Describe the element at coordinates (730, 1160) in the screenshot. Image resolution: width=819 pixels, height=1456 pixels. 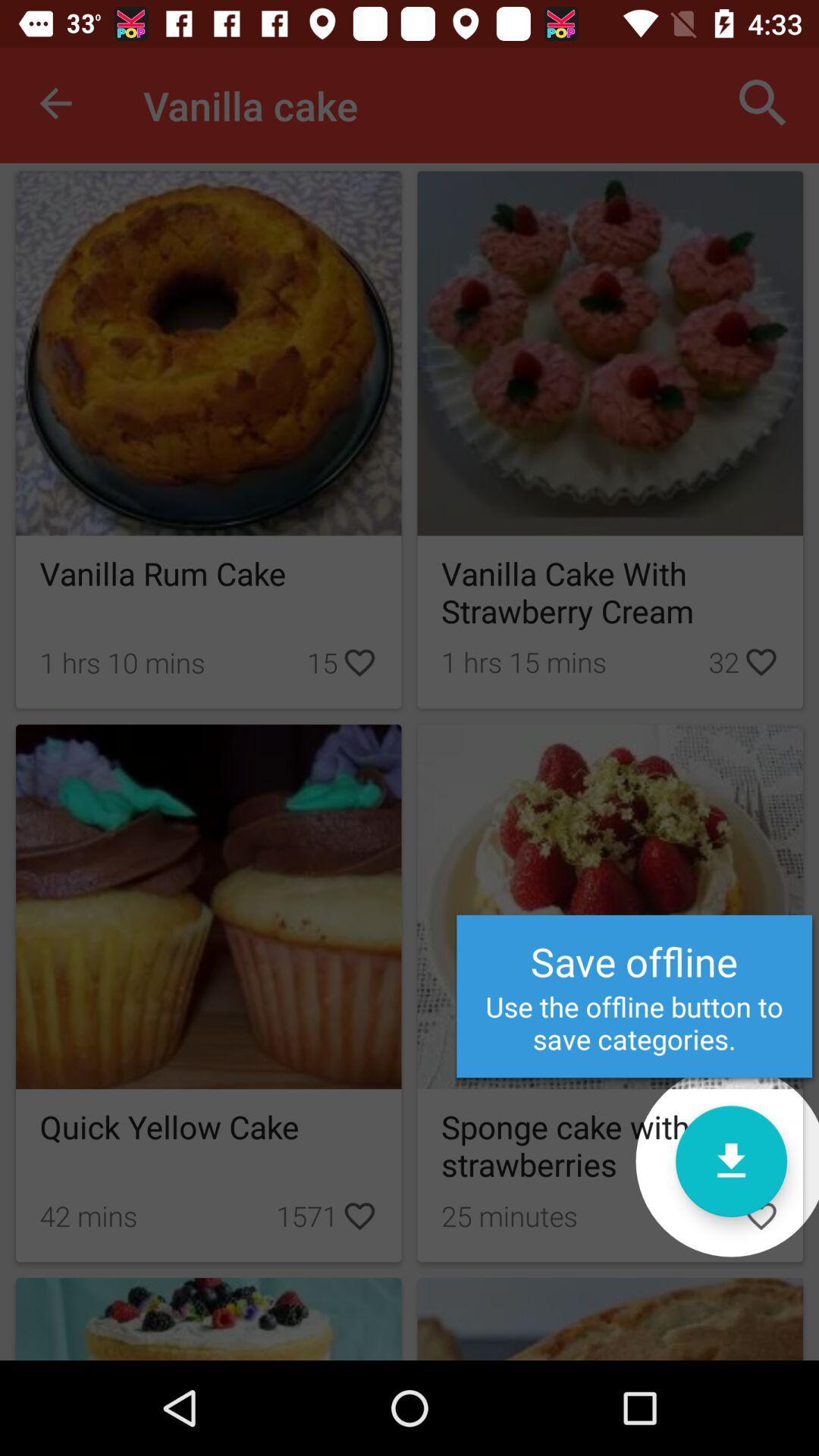
I see `offline categories` at that location.